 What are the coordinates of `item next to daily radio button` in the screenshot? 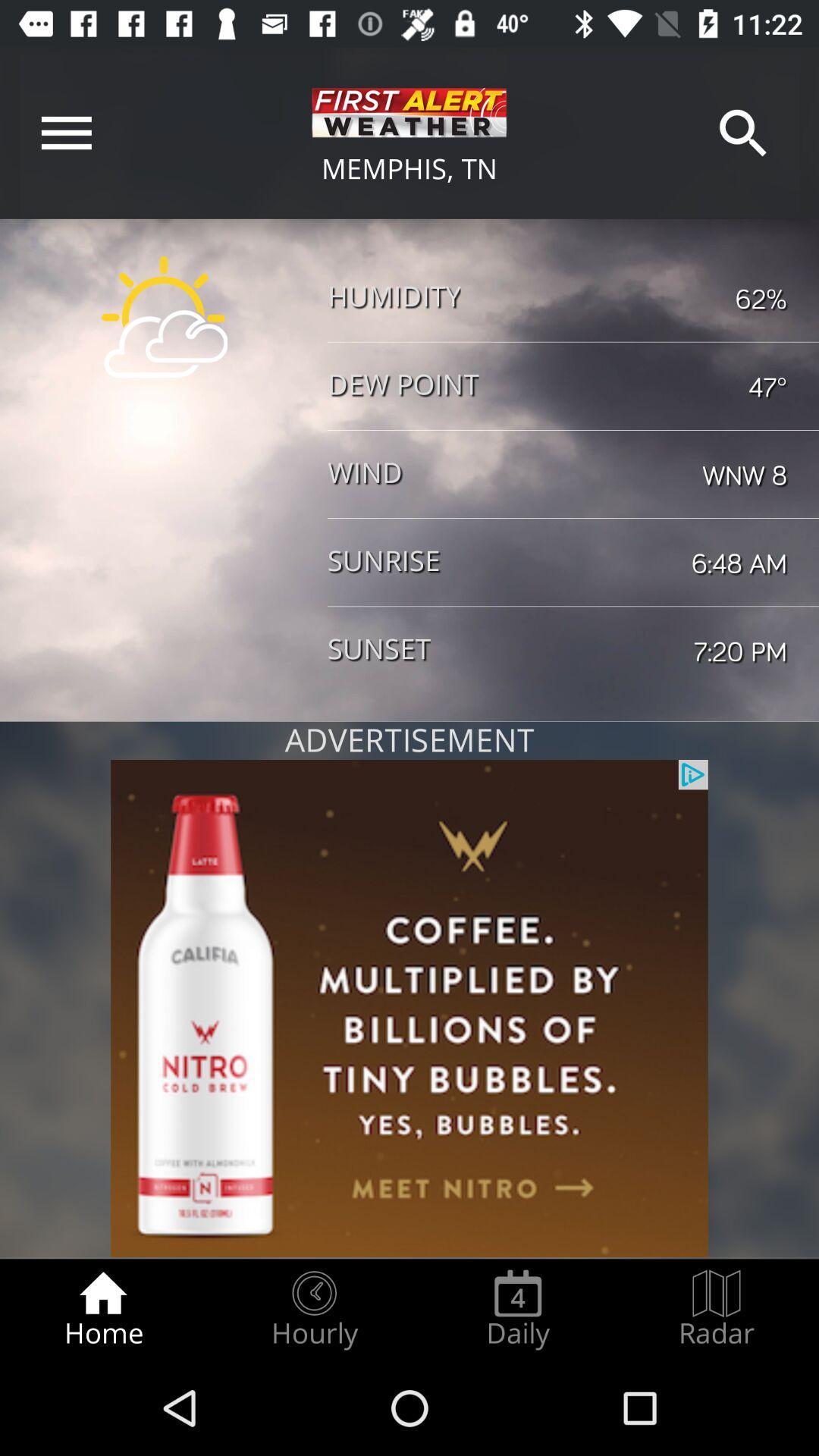 It's located at (717, 1309).